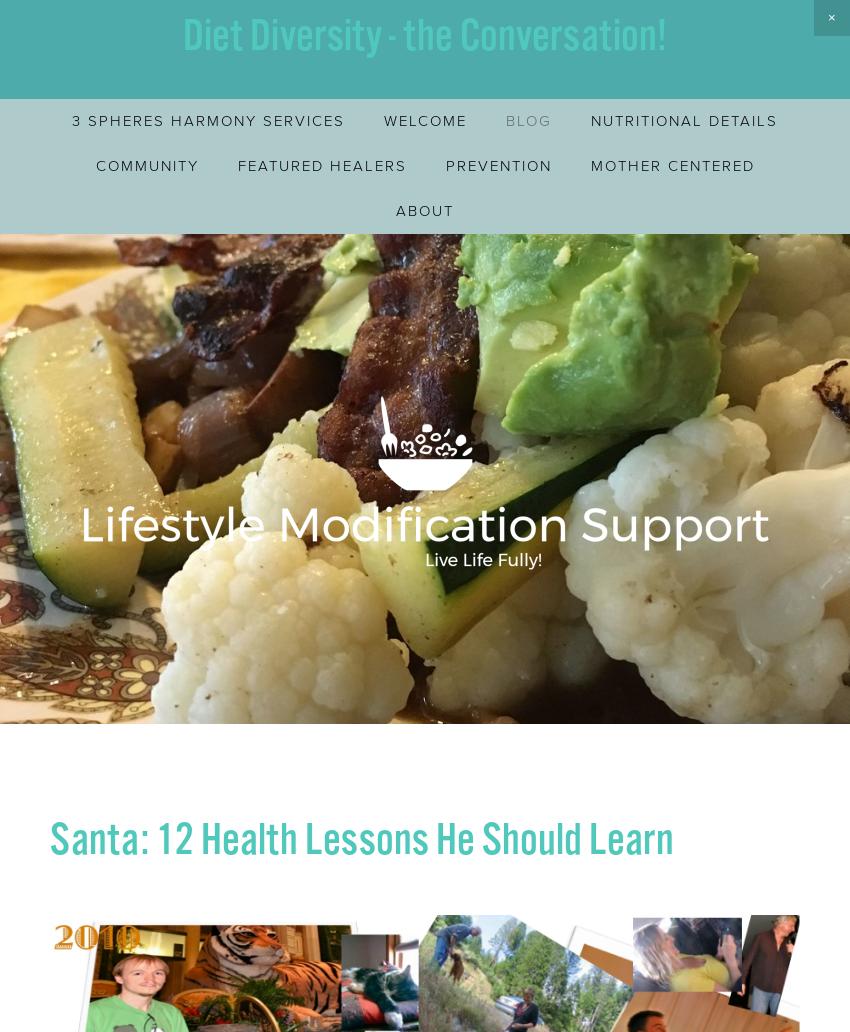 This screenshot has width=850, height=1032. What do you see at coordinates (425, 37) in the screenshot?
I see `'Diet Diversity - the Conversation!'` at bounding box center [425, 37].